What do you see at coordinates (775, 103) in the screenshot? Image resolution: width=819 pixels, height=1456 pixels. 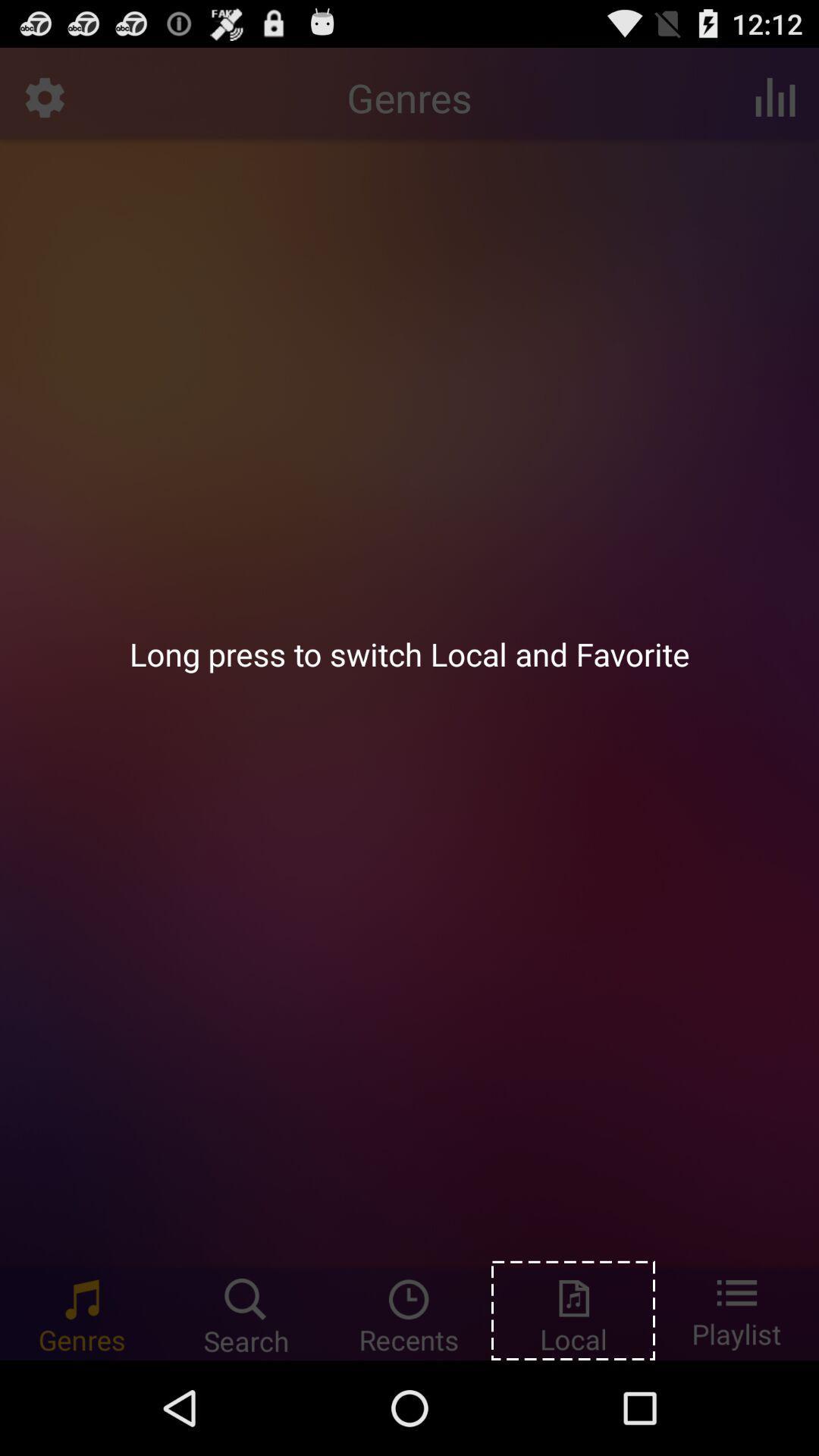 I see `the pause icon` at bounding box center [775, 103].